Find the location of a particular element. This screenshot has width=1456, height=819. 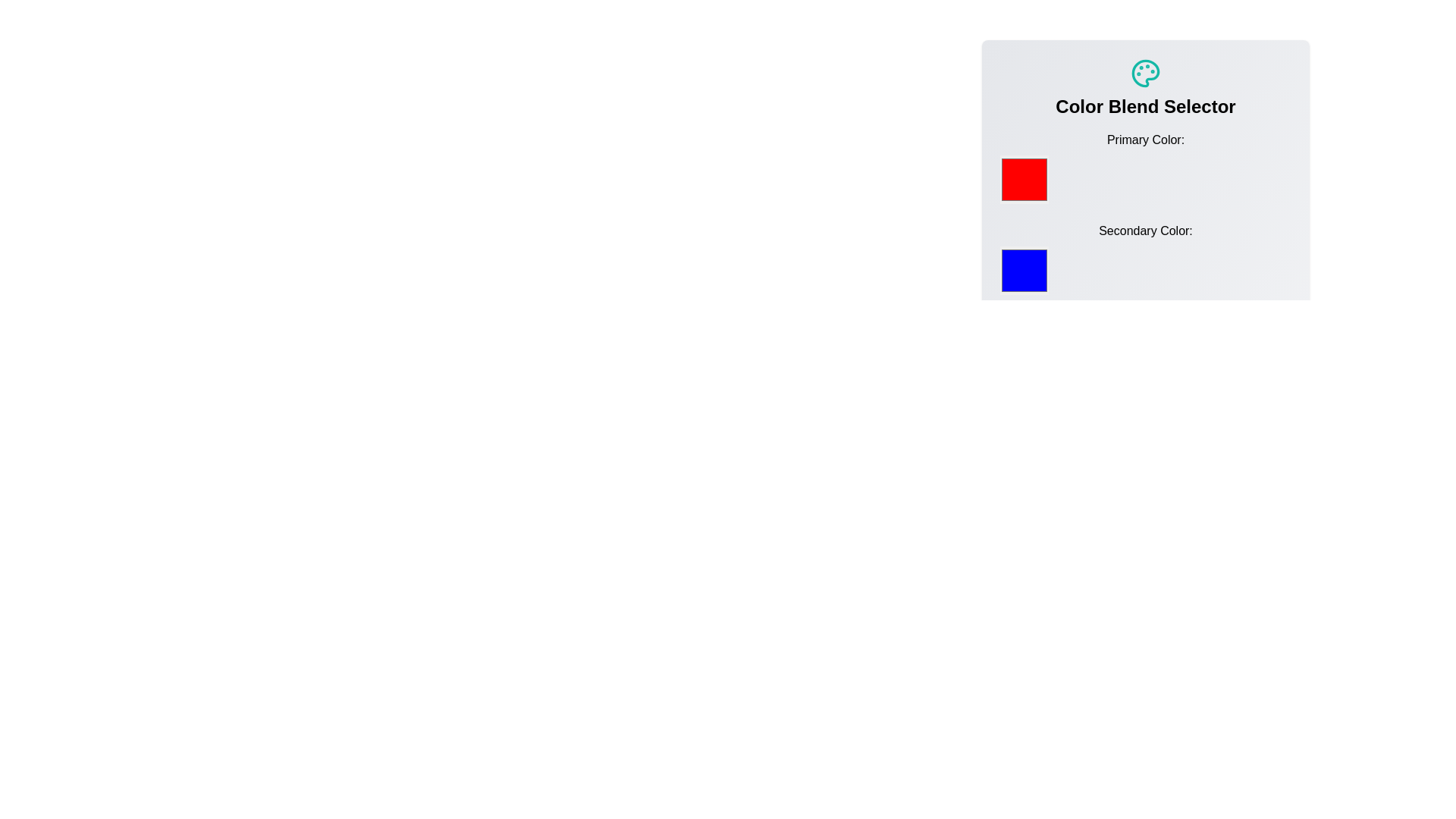

the text label displaying 'Primary Color:' which is positioned above the red color selection square is located at coordinates (1146, 140).